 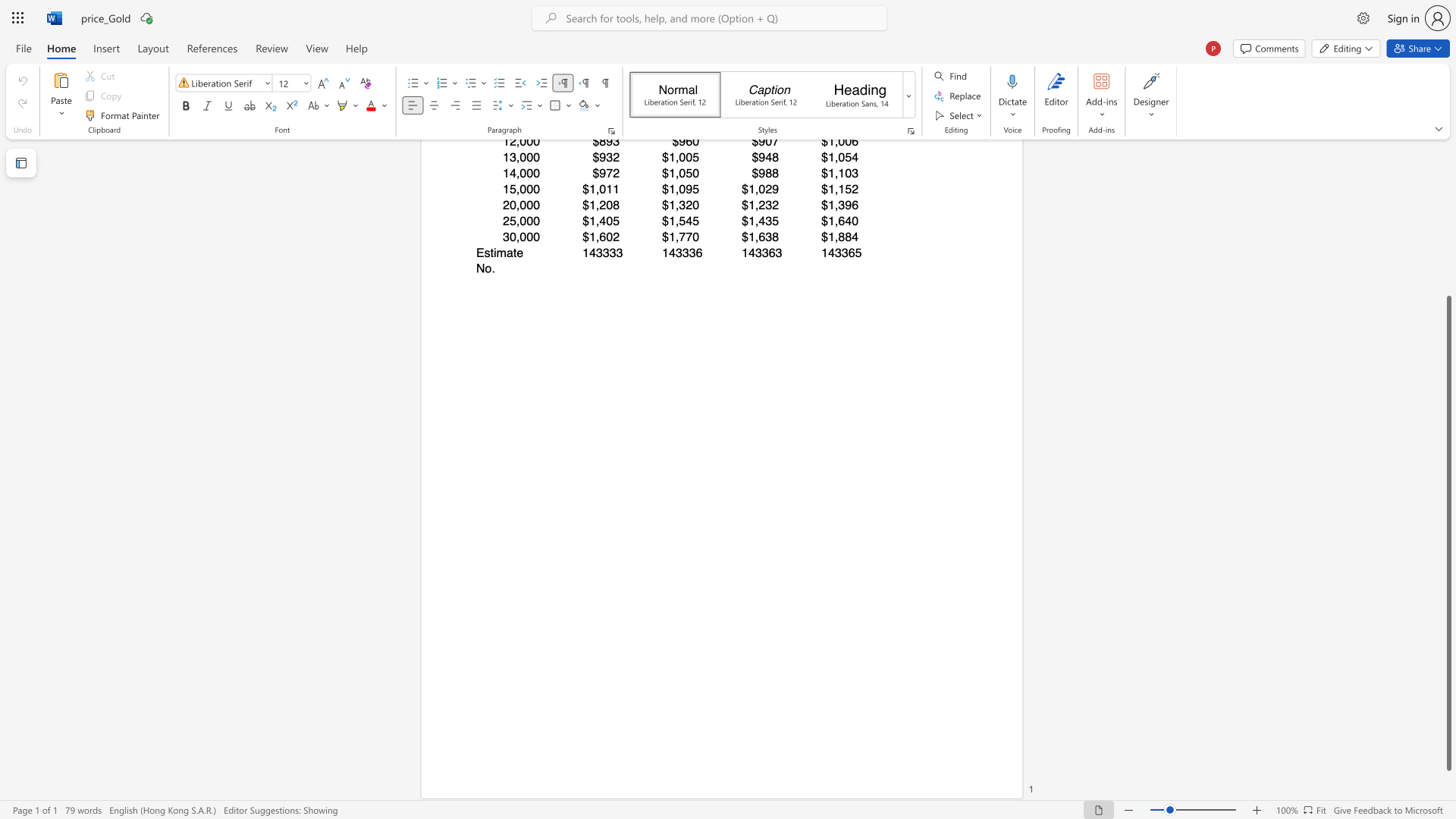 What do you see at coordinates (1448, 532) in the screenshot?
I see `the scrollbar and move down 30 pixels` at bounding box center [1448, 532].